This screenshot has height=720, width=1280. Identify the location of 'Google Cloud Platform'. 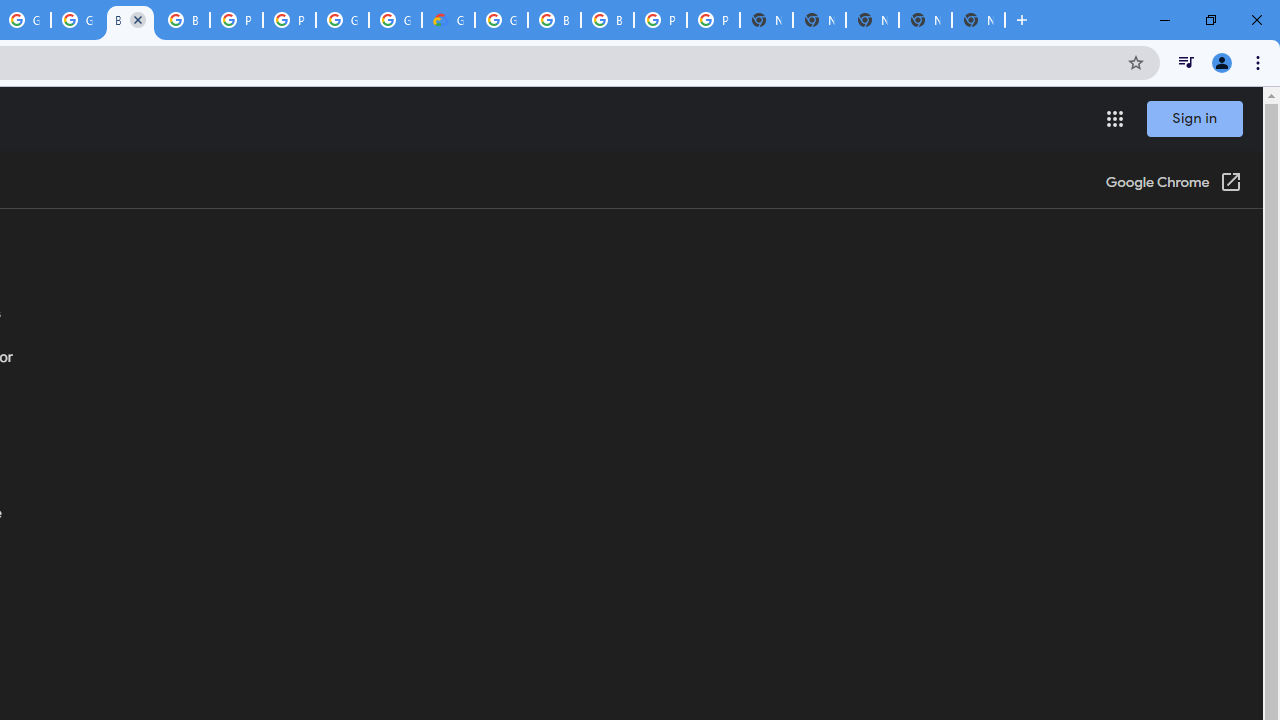
(342, 20).